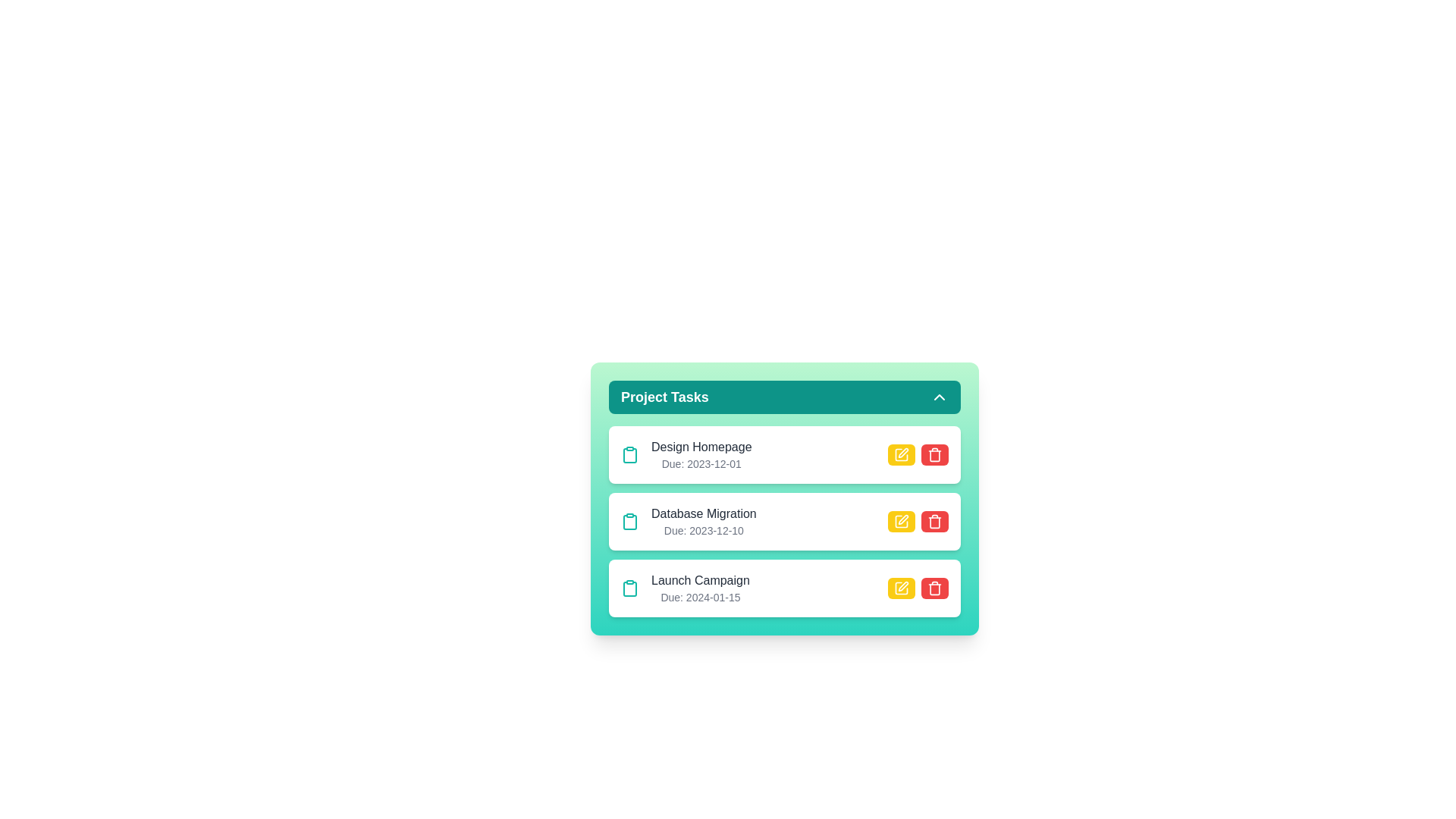 The height and width of the screenshot is (819, 1456). What do you see at coordinates (934, 520) in the screenshot?
I see `the delete button for the task 'Database Migration'` at bounding box center [934, 520].